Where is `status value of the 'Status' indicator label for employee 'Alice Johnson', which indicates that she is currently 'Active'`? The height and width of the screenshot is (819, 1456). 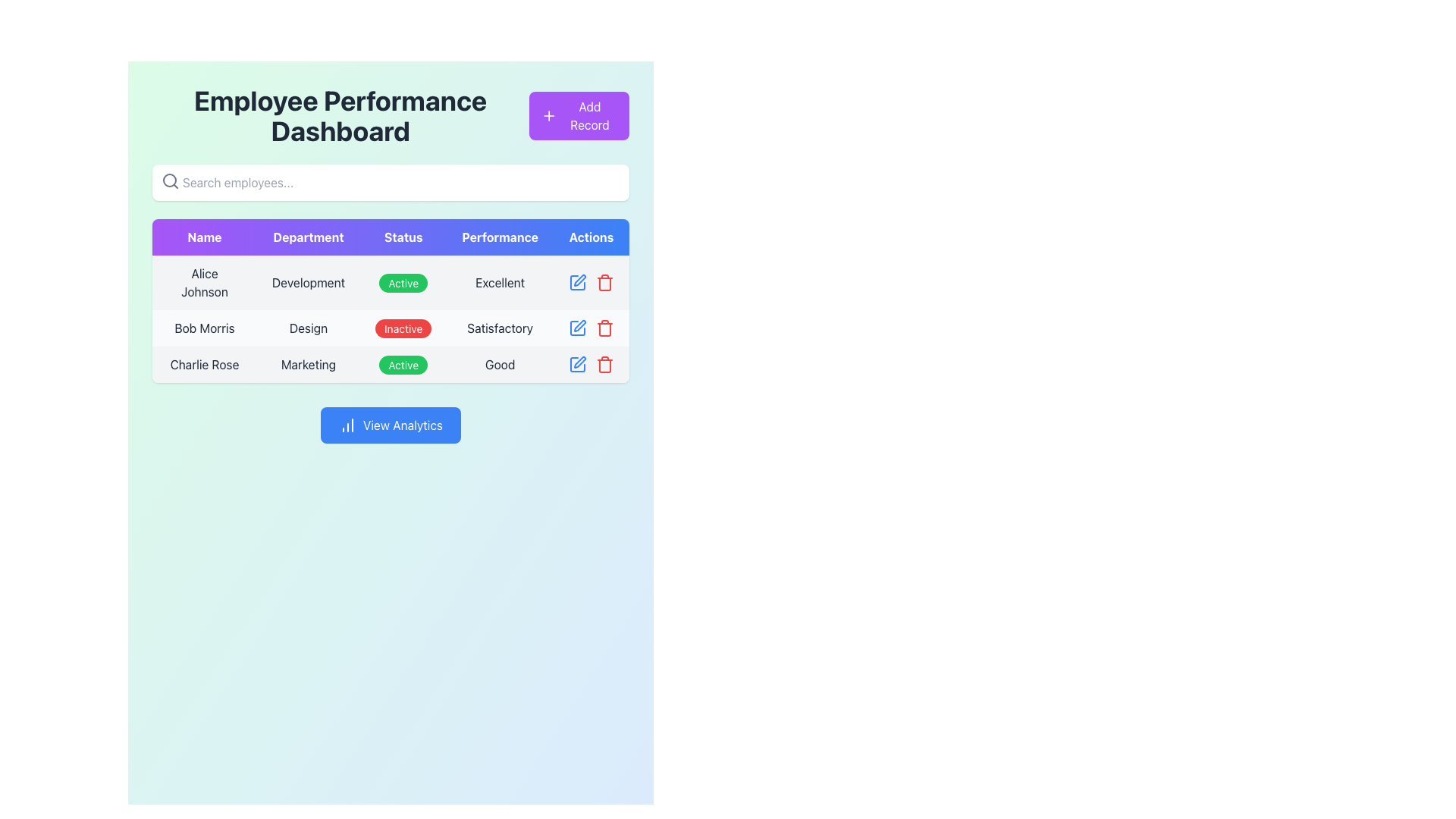
status value of the 'Status' indicator label for employee 'Alice Johnson', which indicates that she is currently 'Active' is located at coordinates (403, 283).